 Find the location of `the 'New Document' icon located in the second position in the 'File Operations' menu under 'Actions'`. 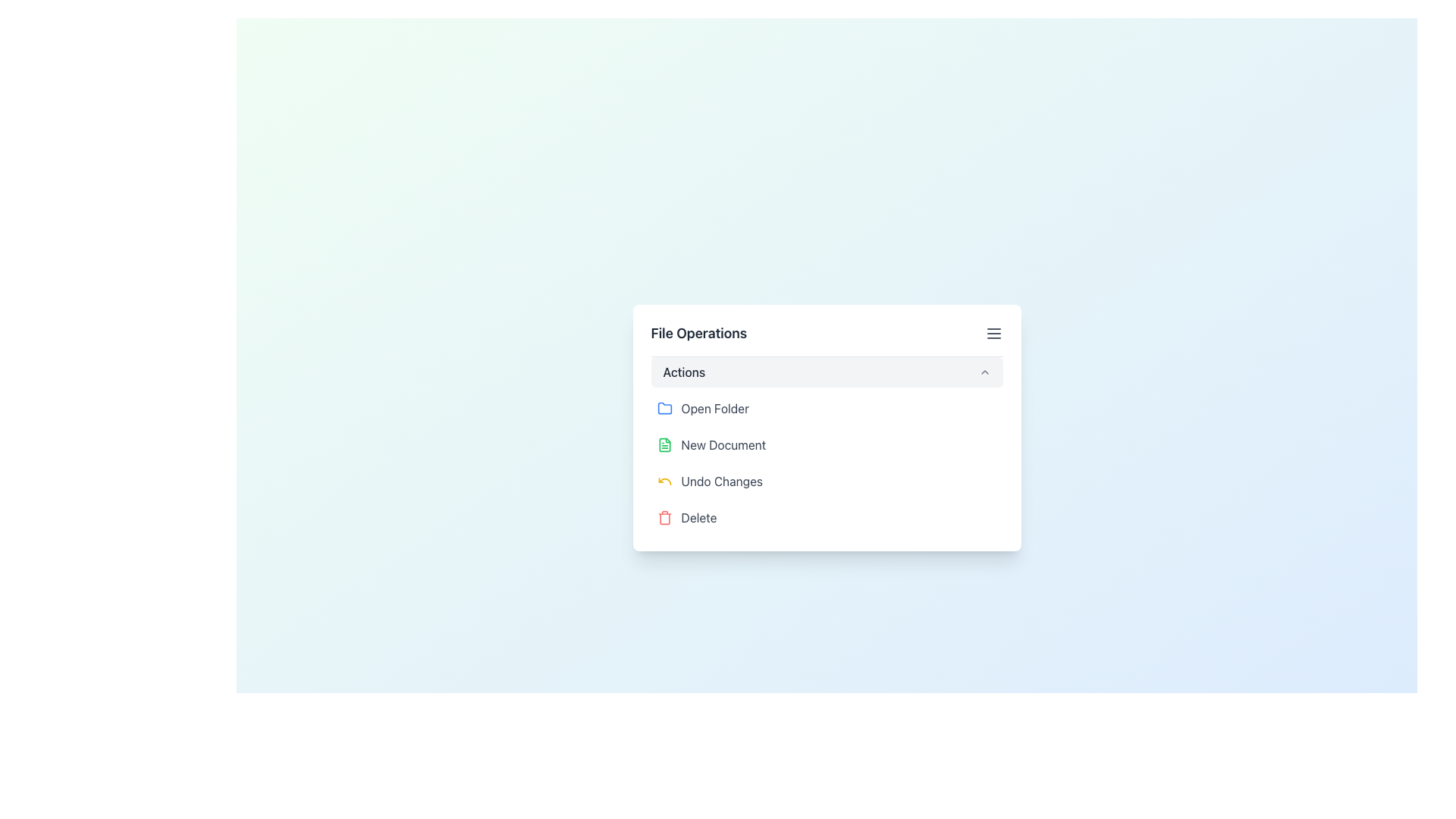

the 'New Document' icon located in the second position in the 'File Operations' menu under 'Actions' is located at coordinates (664, 444).